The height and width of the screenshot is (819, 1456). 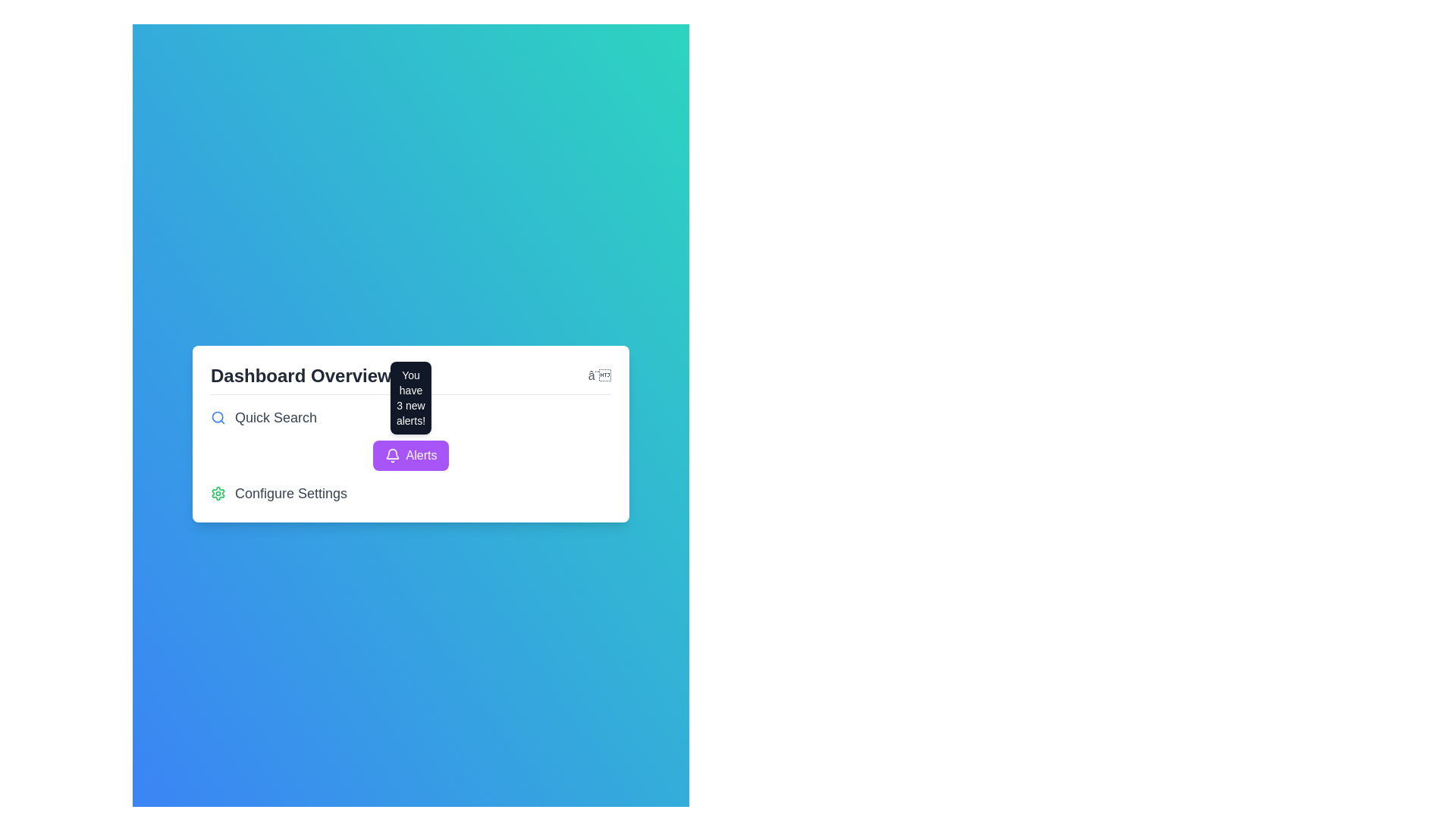 I want to click on the alert icon on the dashboard panel, so click(x=411, y=433).